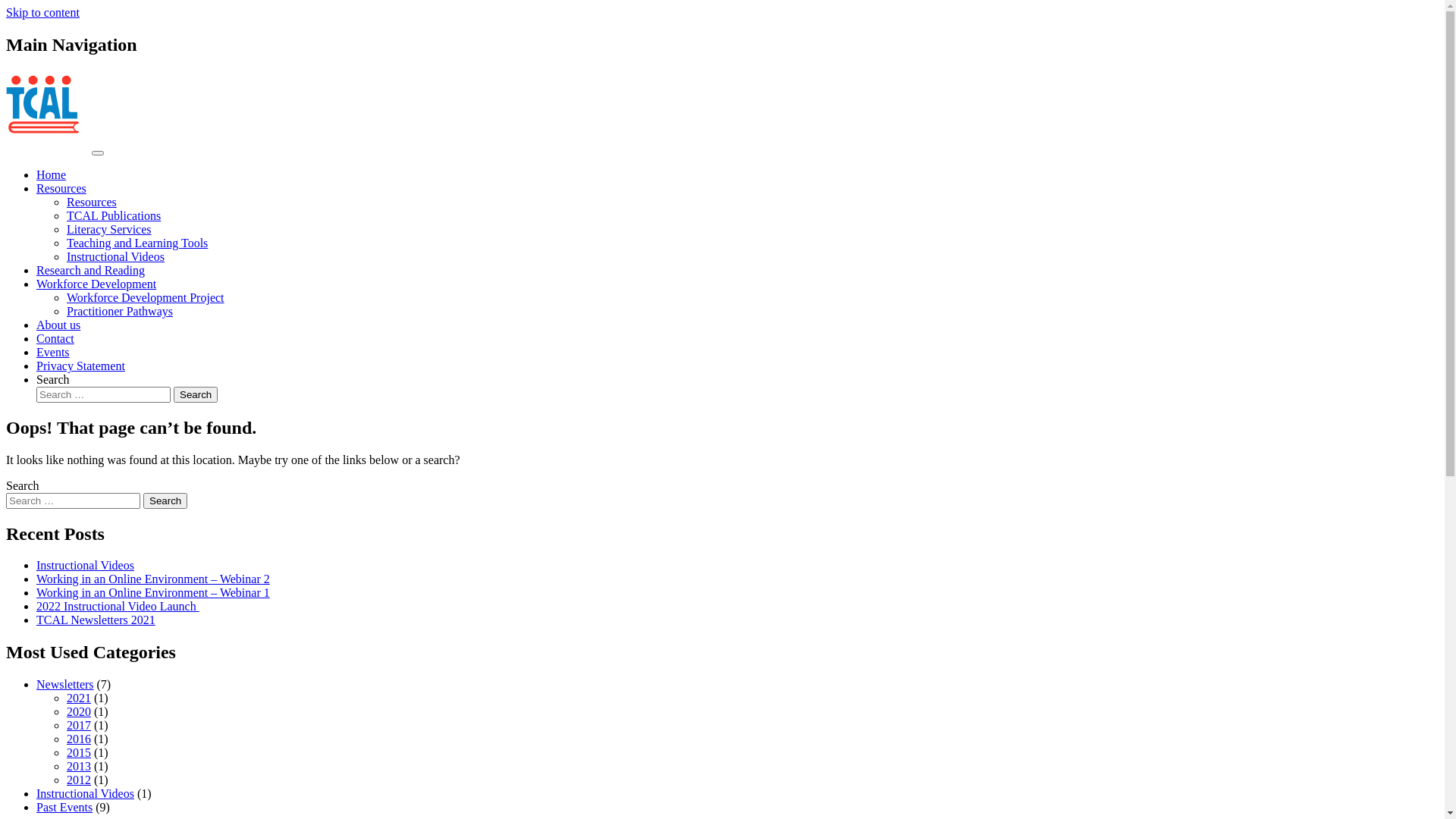 This screenshot has width=1456, height=819. What do you see at coordinates (80, 366) in the screenshot?
I see `'Privacy Statement'` at bounding box center [80, 366].